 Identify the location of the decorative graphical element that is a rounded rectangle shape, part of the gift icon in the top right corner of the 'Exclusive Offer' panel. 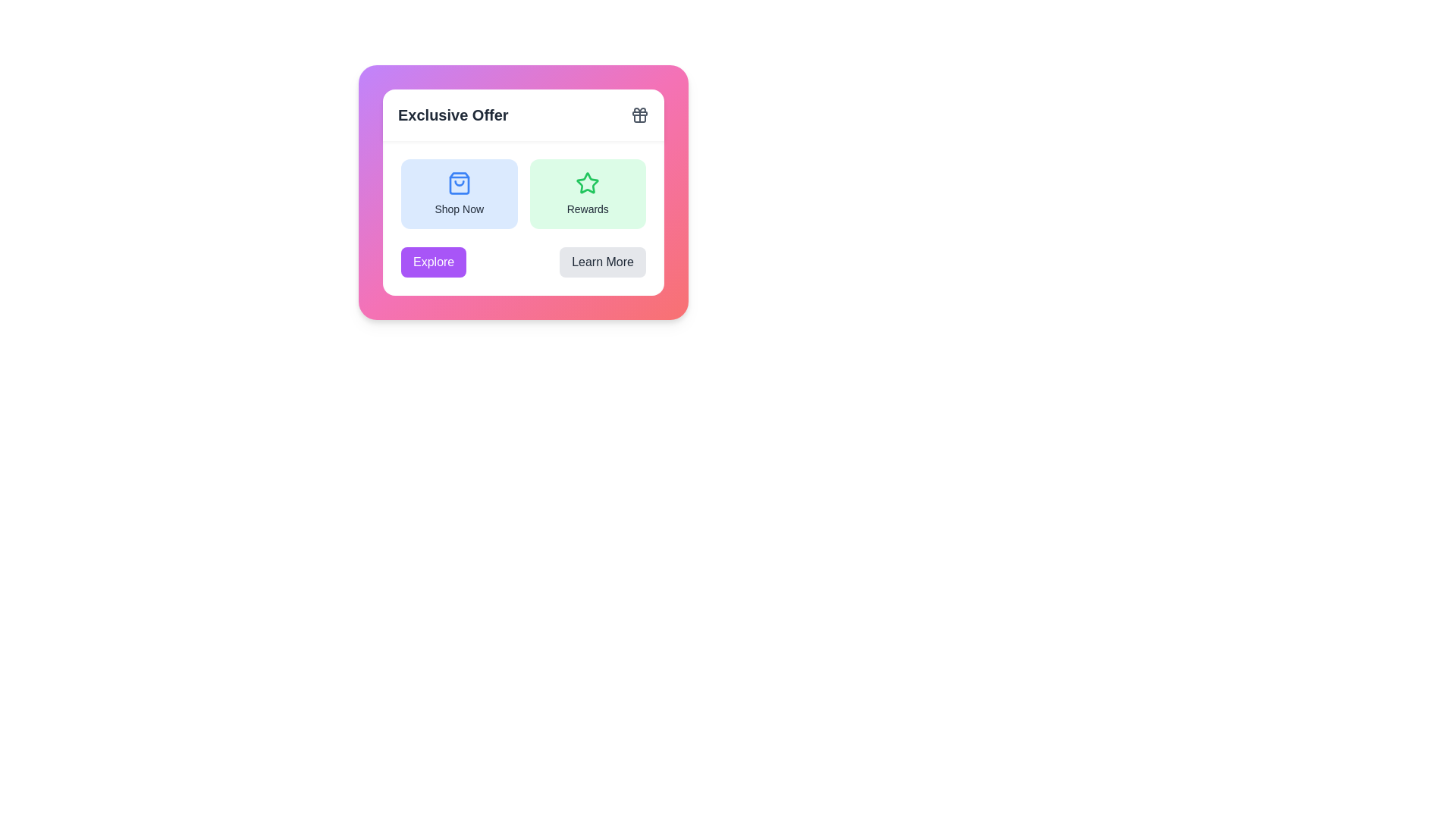
(640, 113).